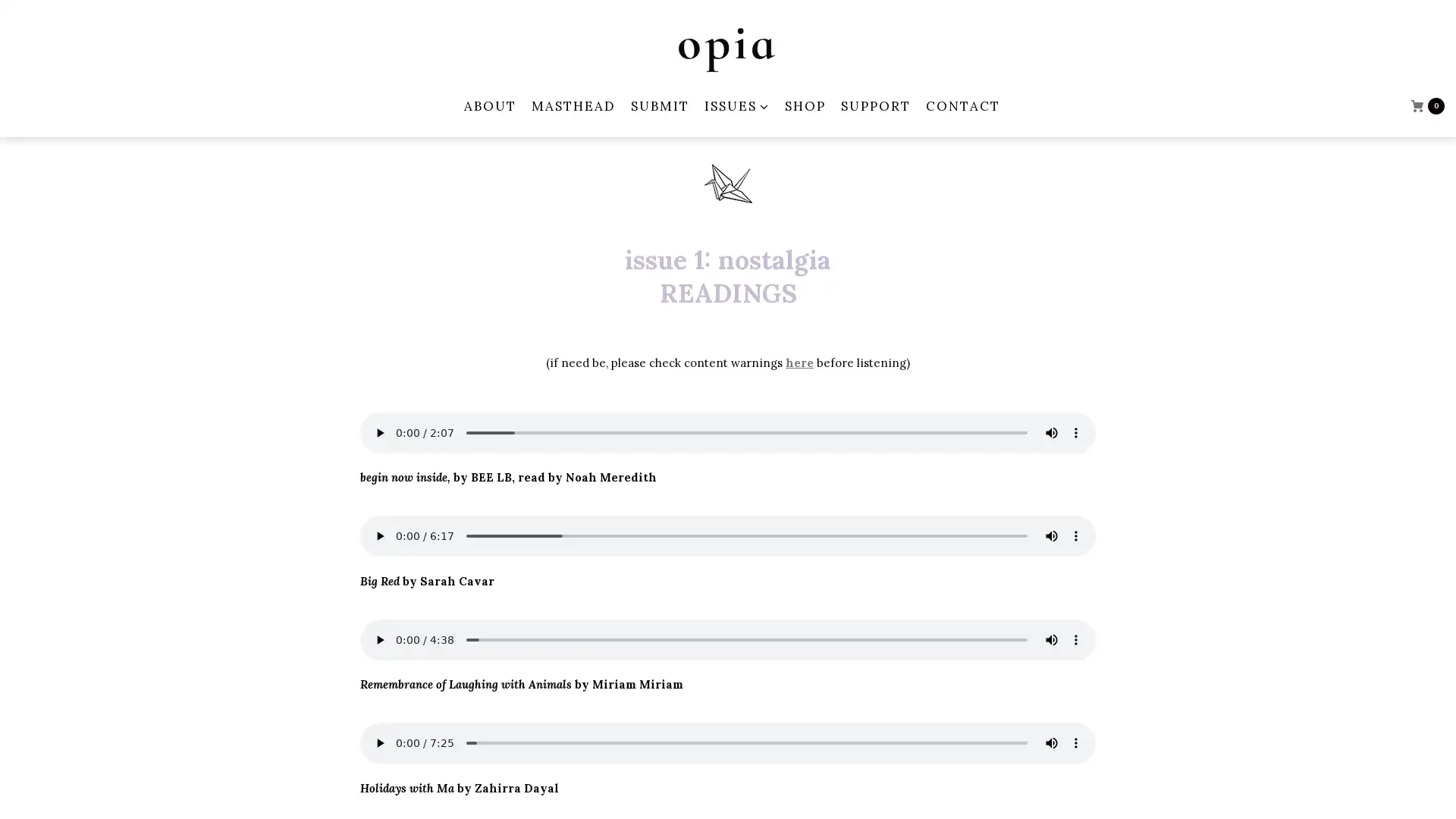  What do you see at coordinates (1075, 639) in the screenshot?
I see `show more media controls` at bounding box center [1075, 639].